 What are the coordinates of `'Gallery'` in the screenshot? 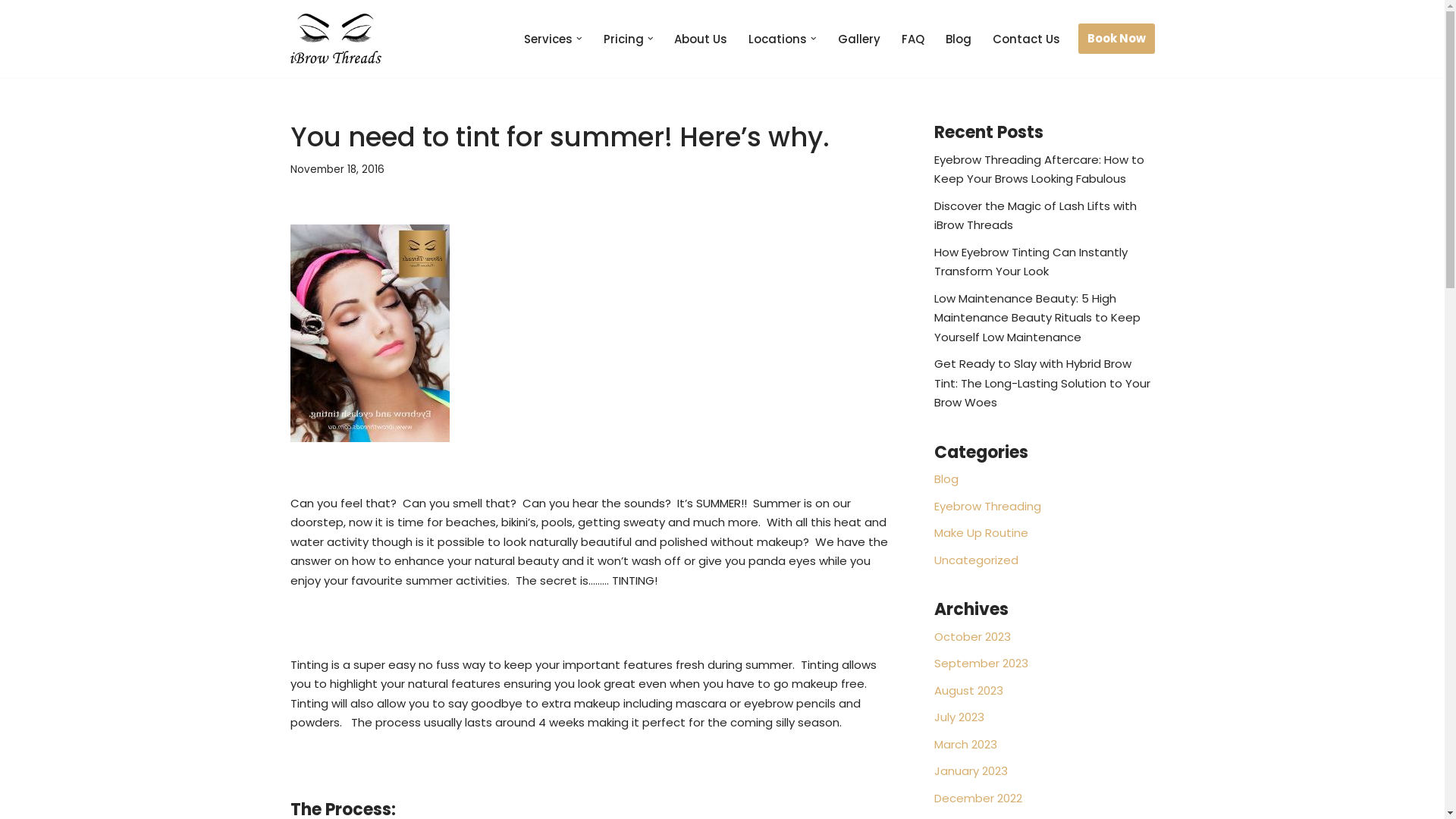 It's located at (858, 38).